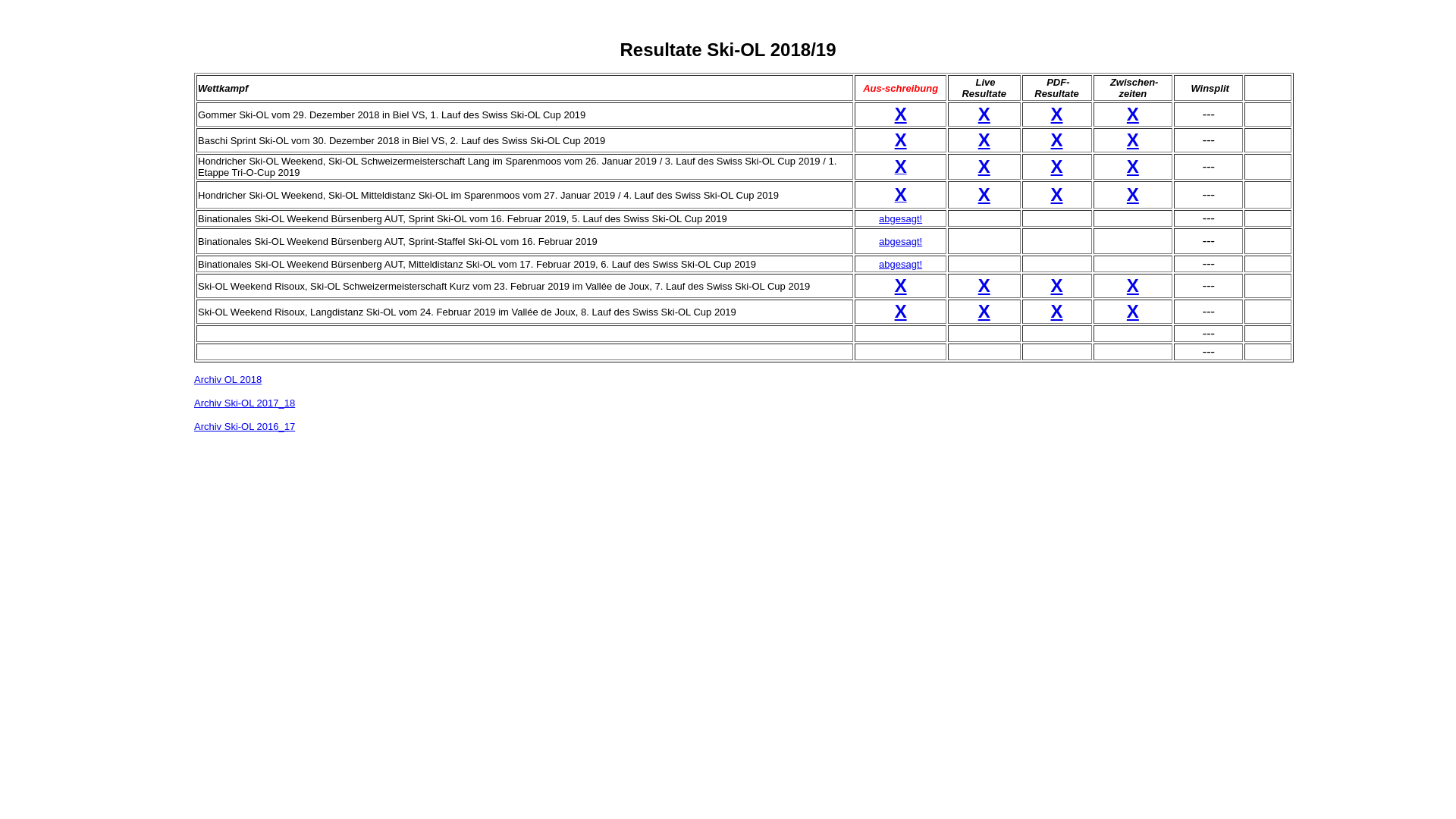 Image resolution: width=1456 pixels, height=819 pixels. What do you see at coordinates (901, 168) in the screenshot?
I see `'X'` at bounding box center [901, 168].